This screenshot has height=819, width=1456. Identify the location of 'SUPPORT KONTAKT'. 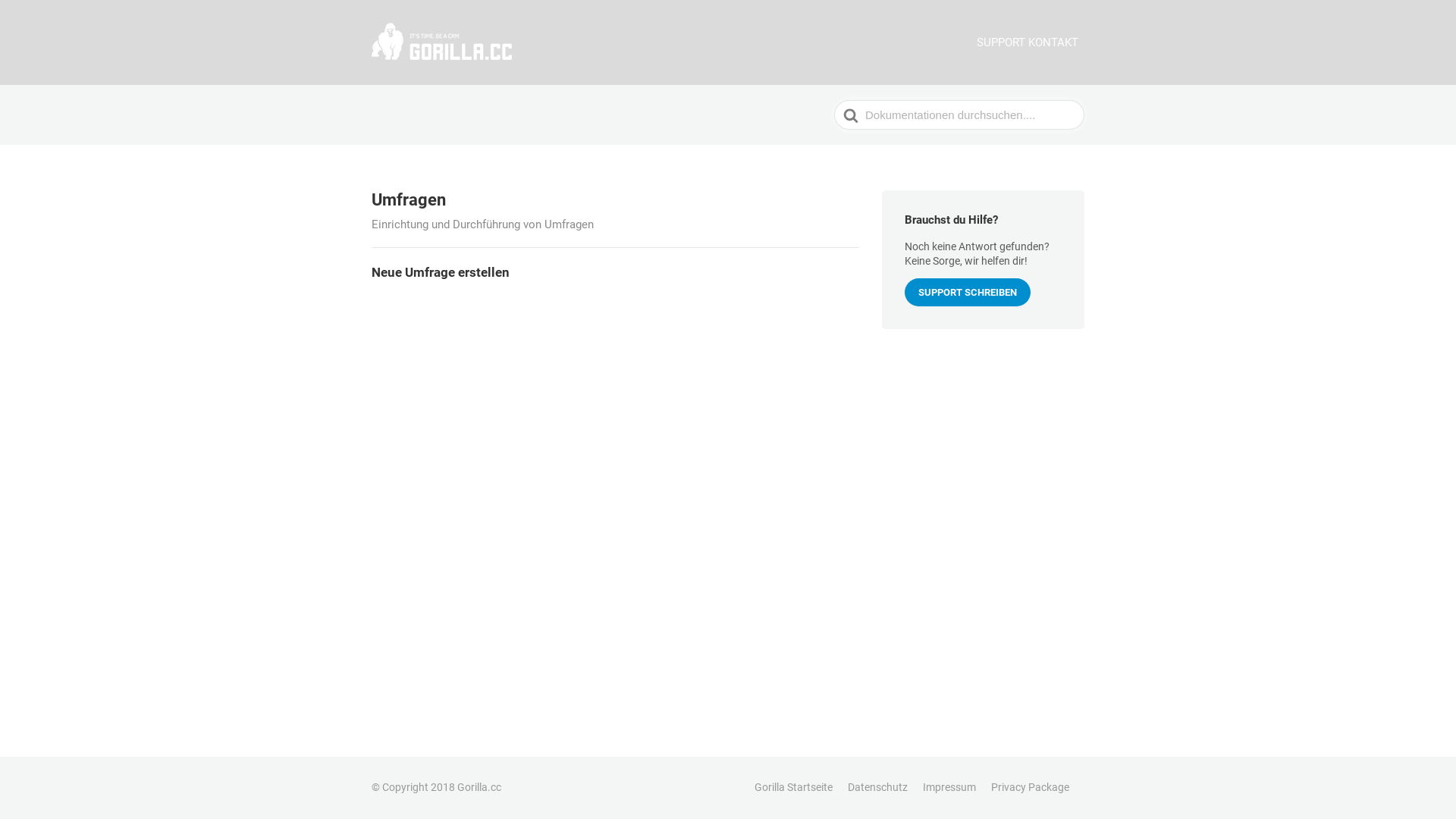
(1027, 41).